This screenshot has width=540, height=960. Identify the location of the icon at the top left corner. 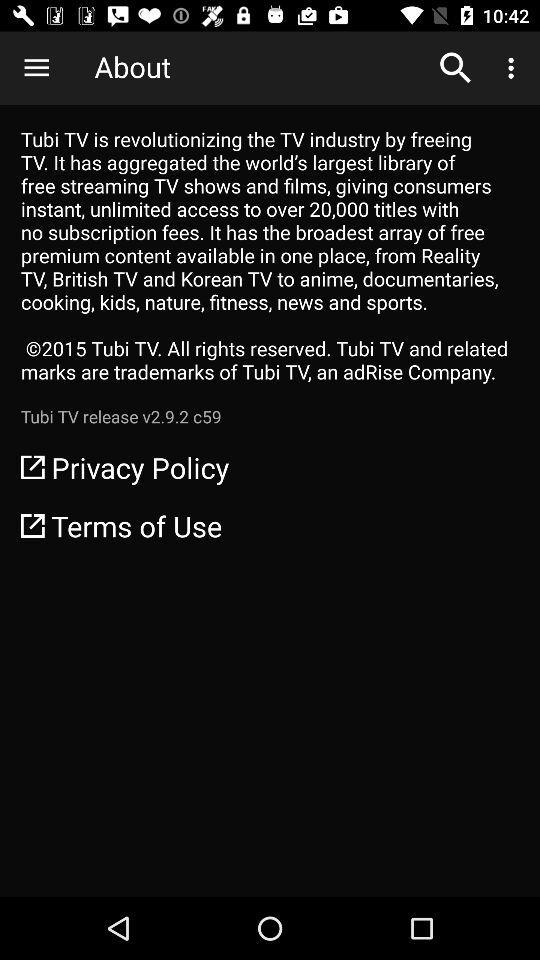
(36, 68).